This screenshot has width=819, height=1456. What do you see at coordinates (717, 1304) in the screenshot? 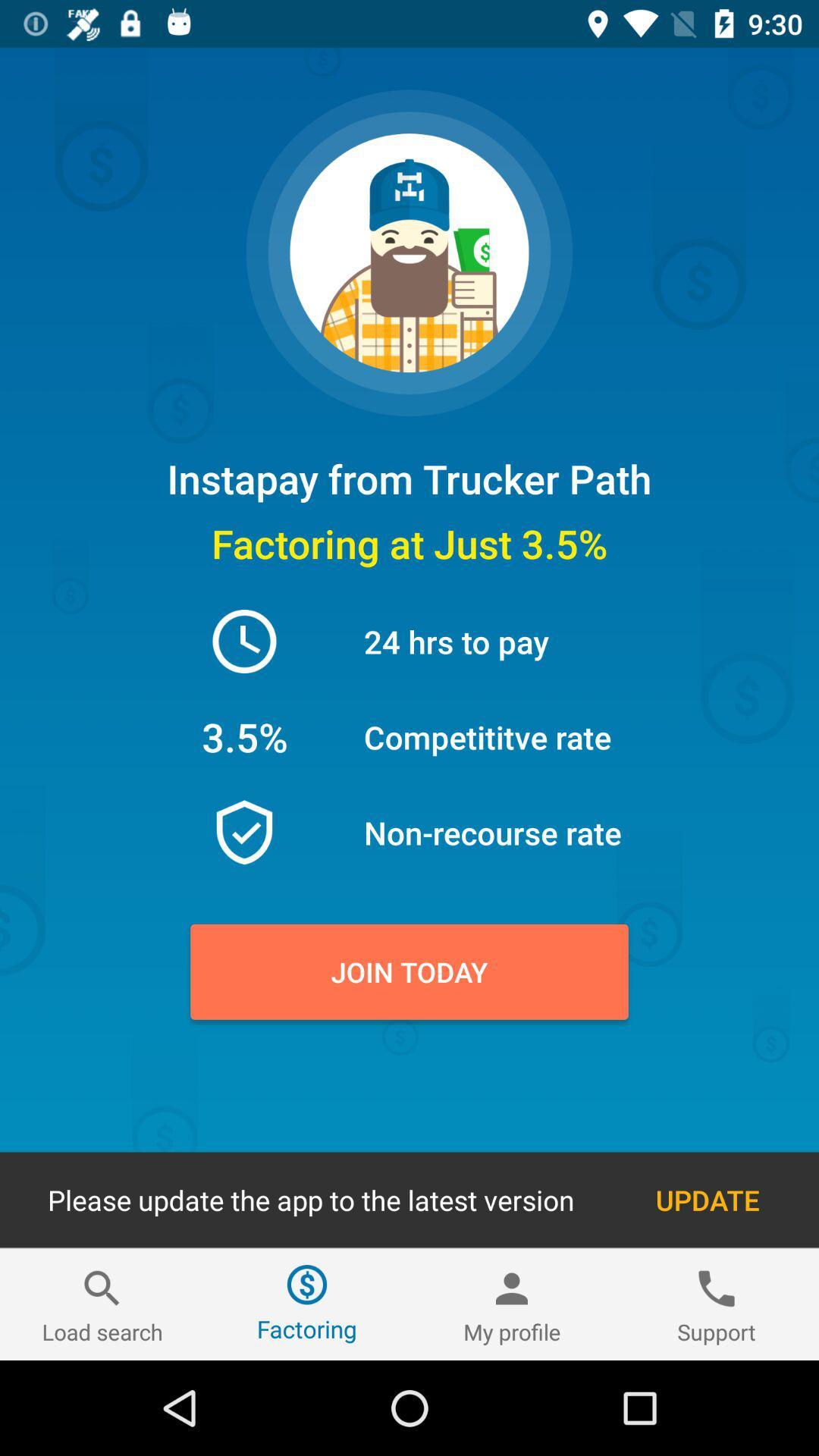
I see `item next to the my profile icon` at bounding box center [717, 1304].